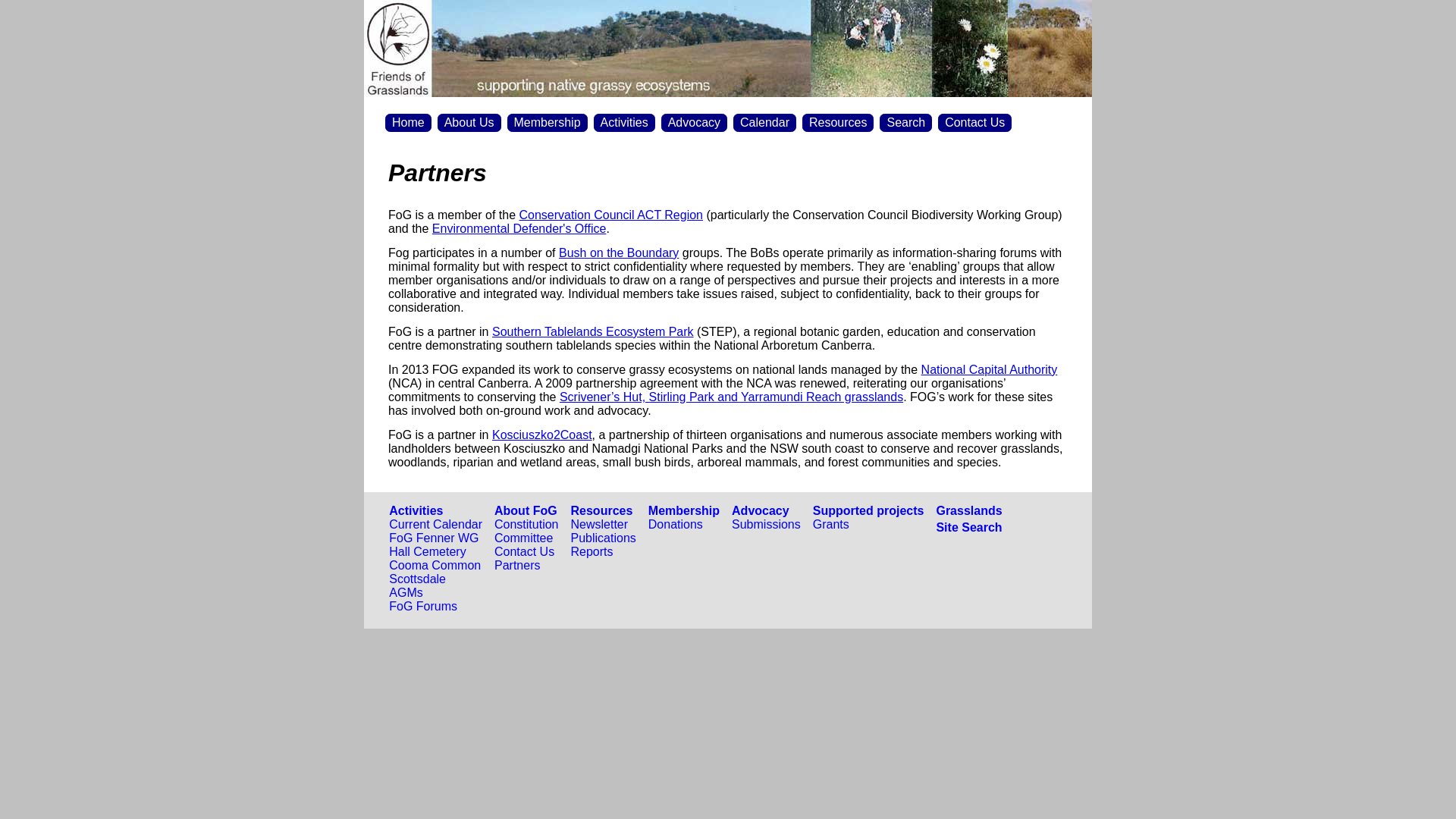  Describe the element at coordinates (603, 537) in the screenshot. I see `'Publications'` at that location.